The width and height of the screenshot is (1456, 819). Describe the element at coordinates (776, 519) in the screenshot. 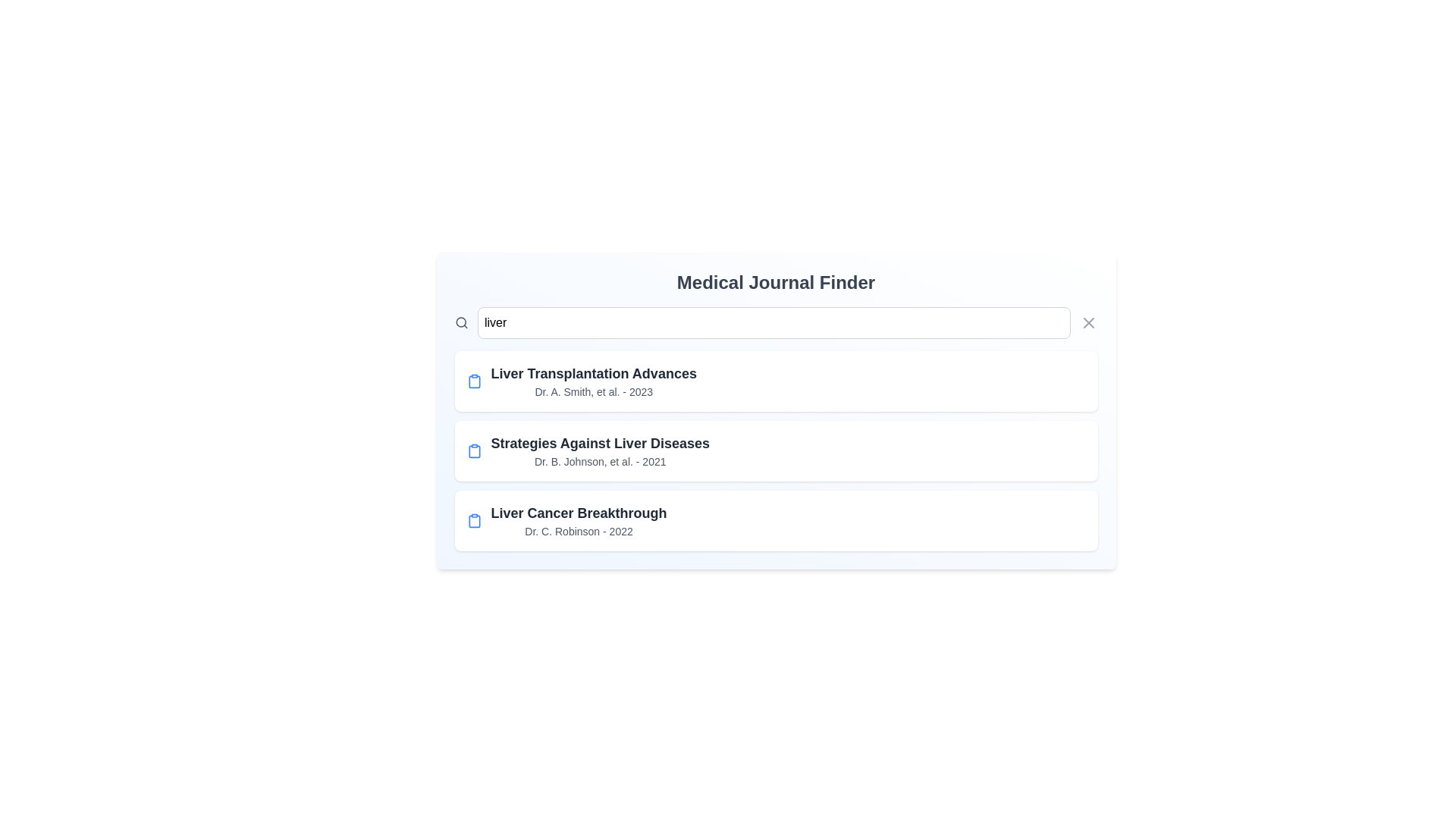

I see `the third journal entry in the list, which displays the title, author, and publication year` at that location.